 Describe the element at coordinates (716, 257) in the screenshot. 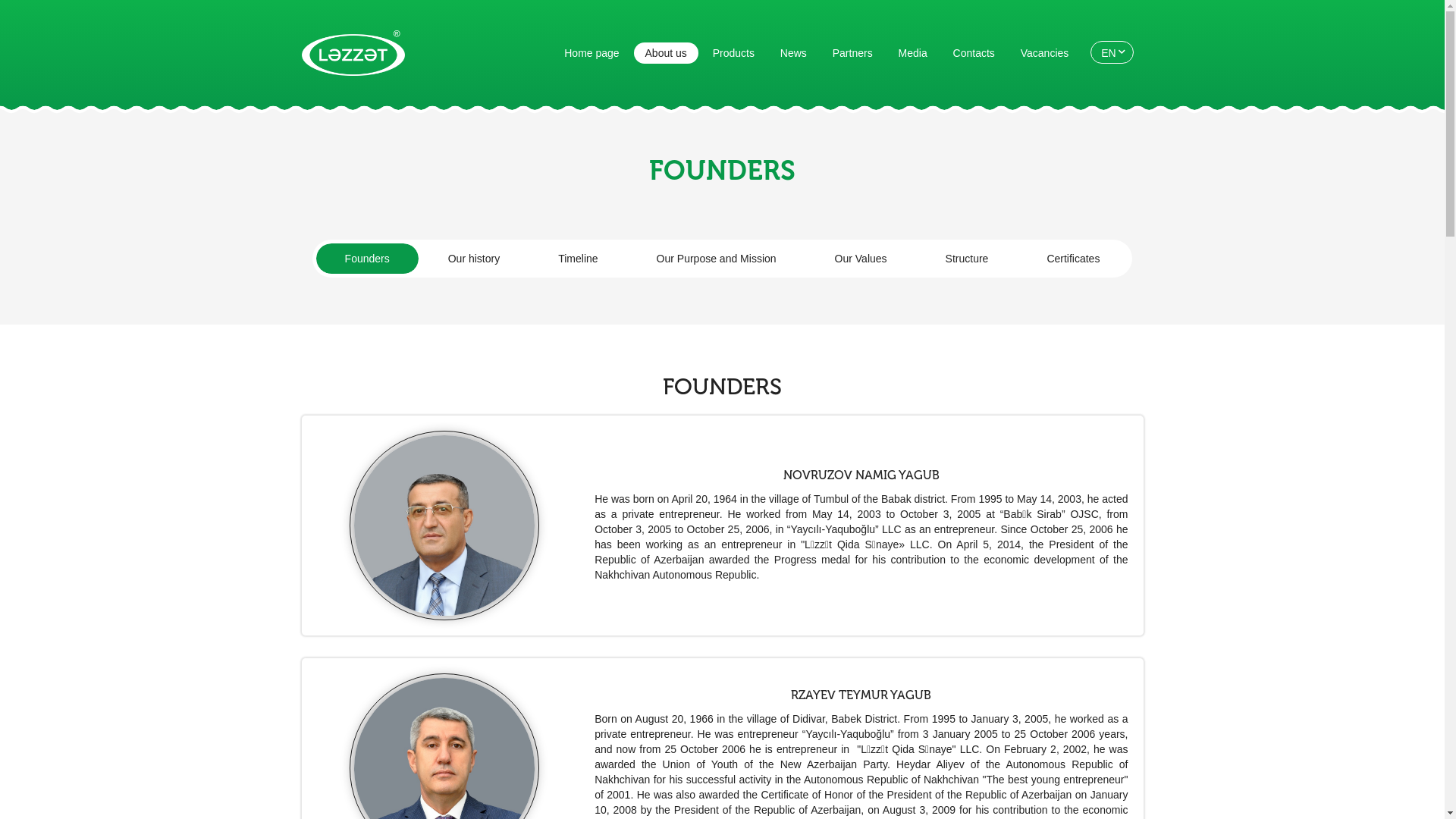

I see `'Our Purpose and Mission'` at that location.